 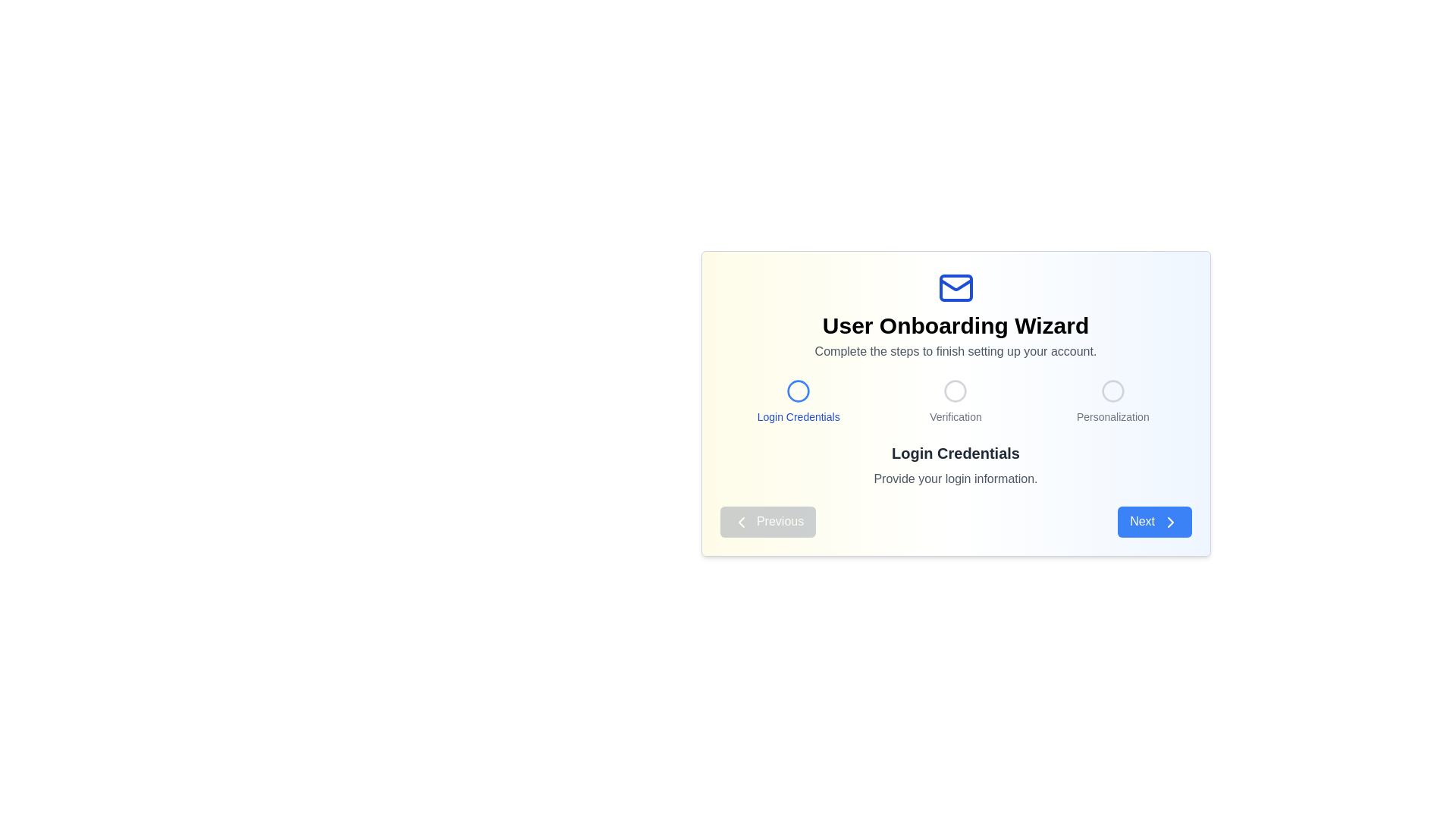 I want to click on the status of the second Step indicator circle in the multi-step wizard interface, which is styled with a gray border and a white background, so click(x=955, y=391).